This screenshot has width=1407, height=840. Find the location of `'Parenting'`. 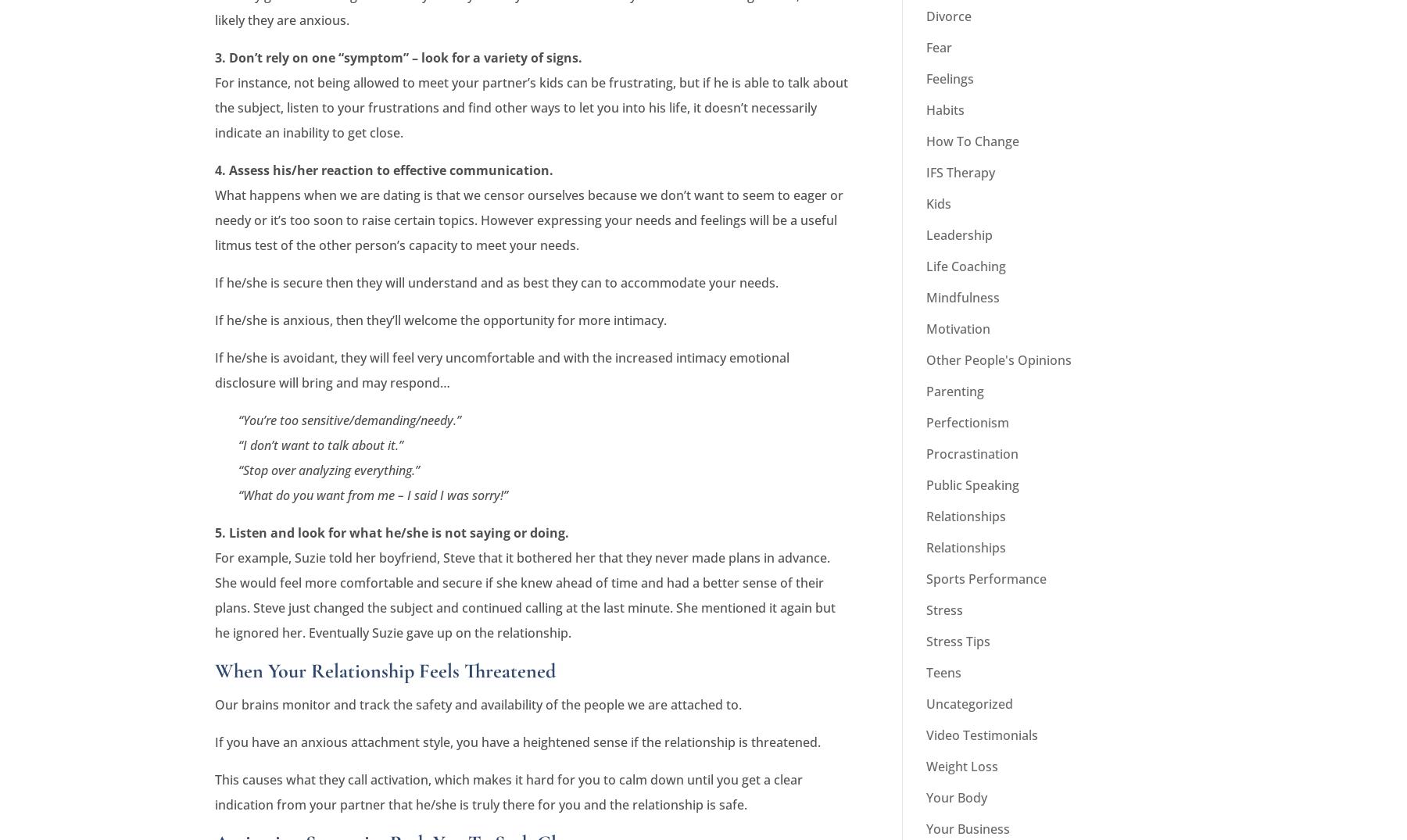

'Parenting' is located at coordinates (954, 389).